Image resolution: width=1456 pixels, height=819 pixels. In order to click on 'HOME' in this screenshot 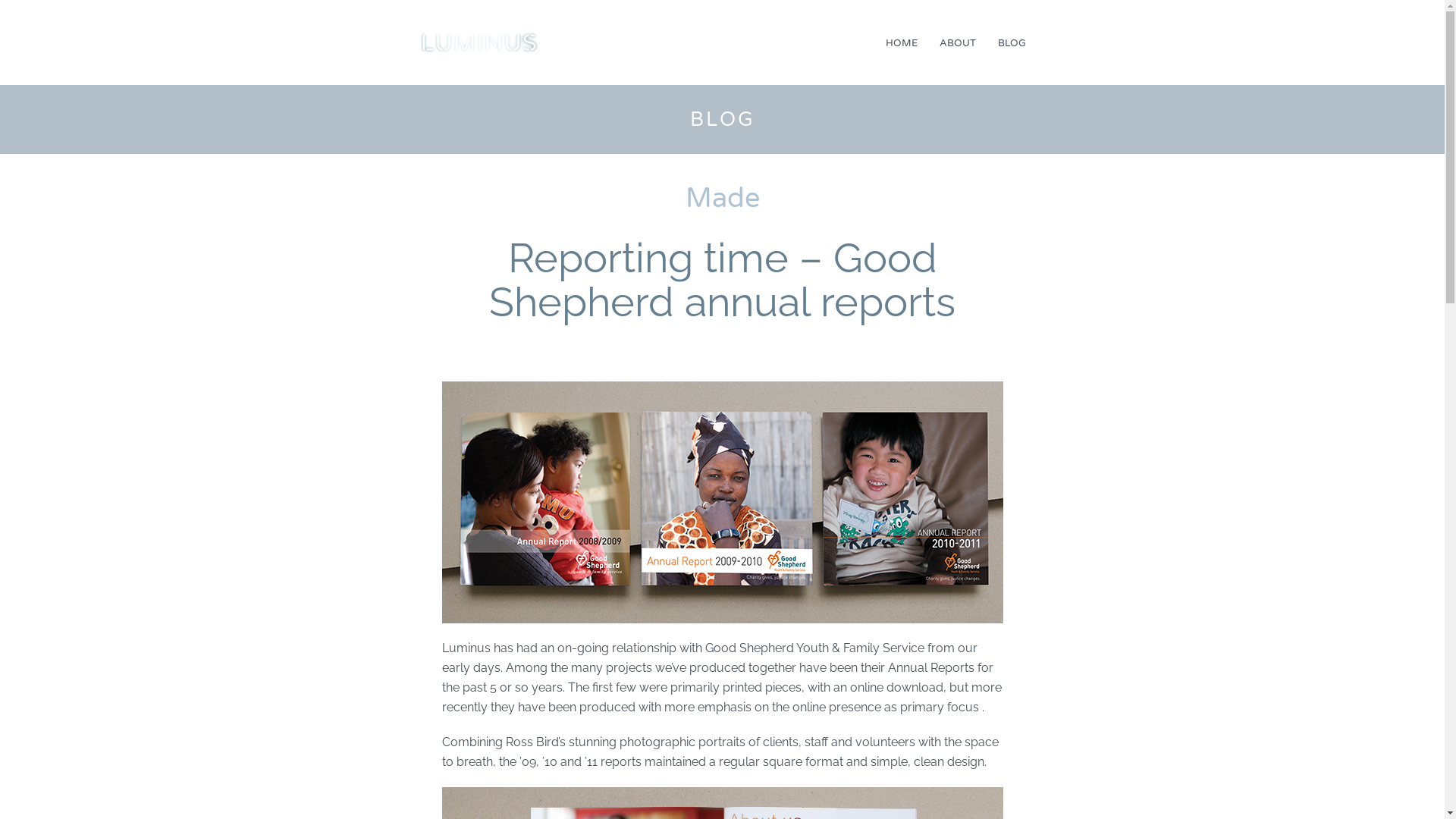, I will do `click(902, 42)`.